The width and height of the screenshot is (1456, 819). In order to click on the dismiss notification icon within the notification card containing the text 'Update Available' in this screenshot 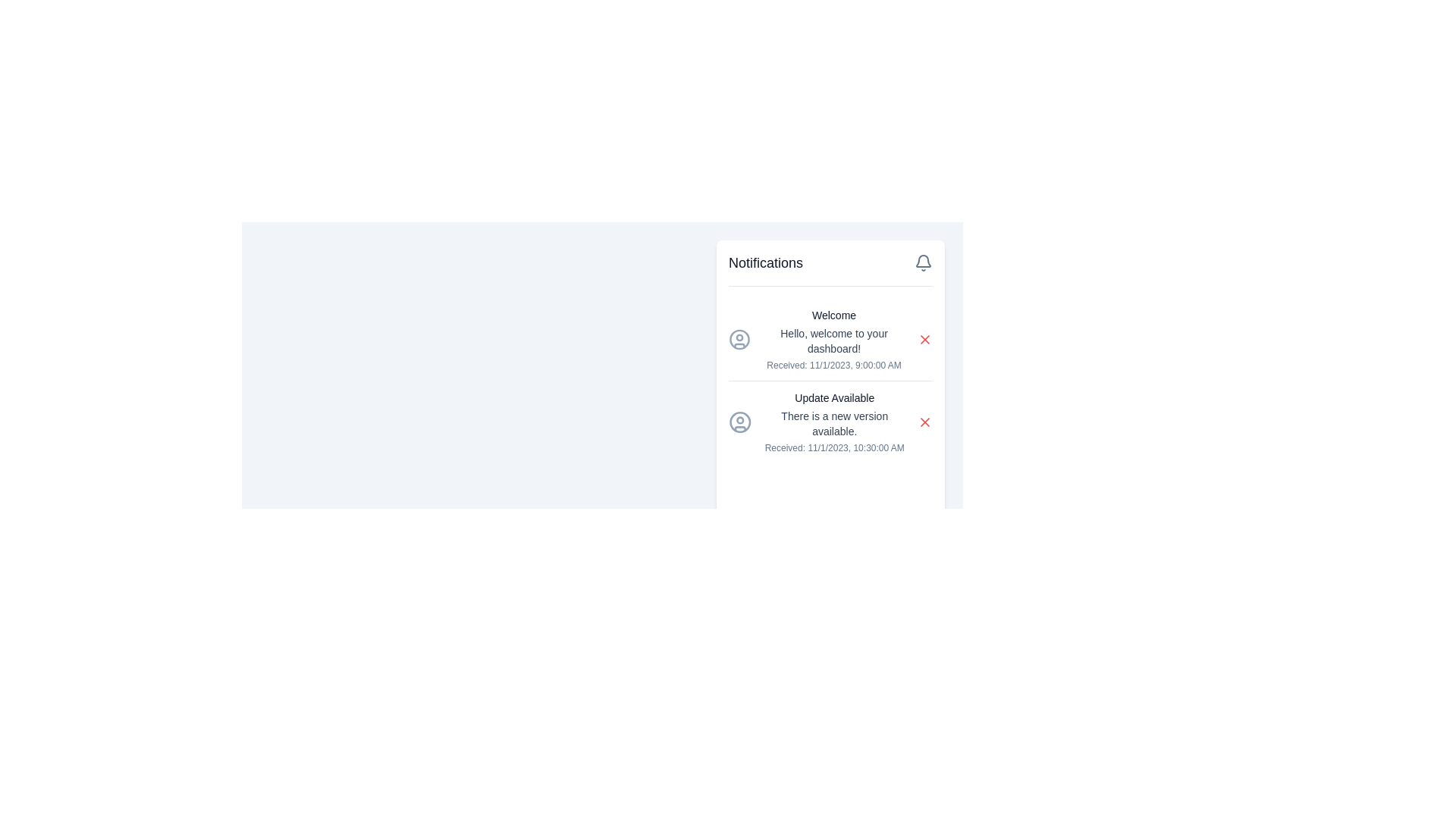, I will do `click(924, 422)`.